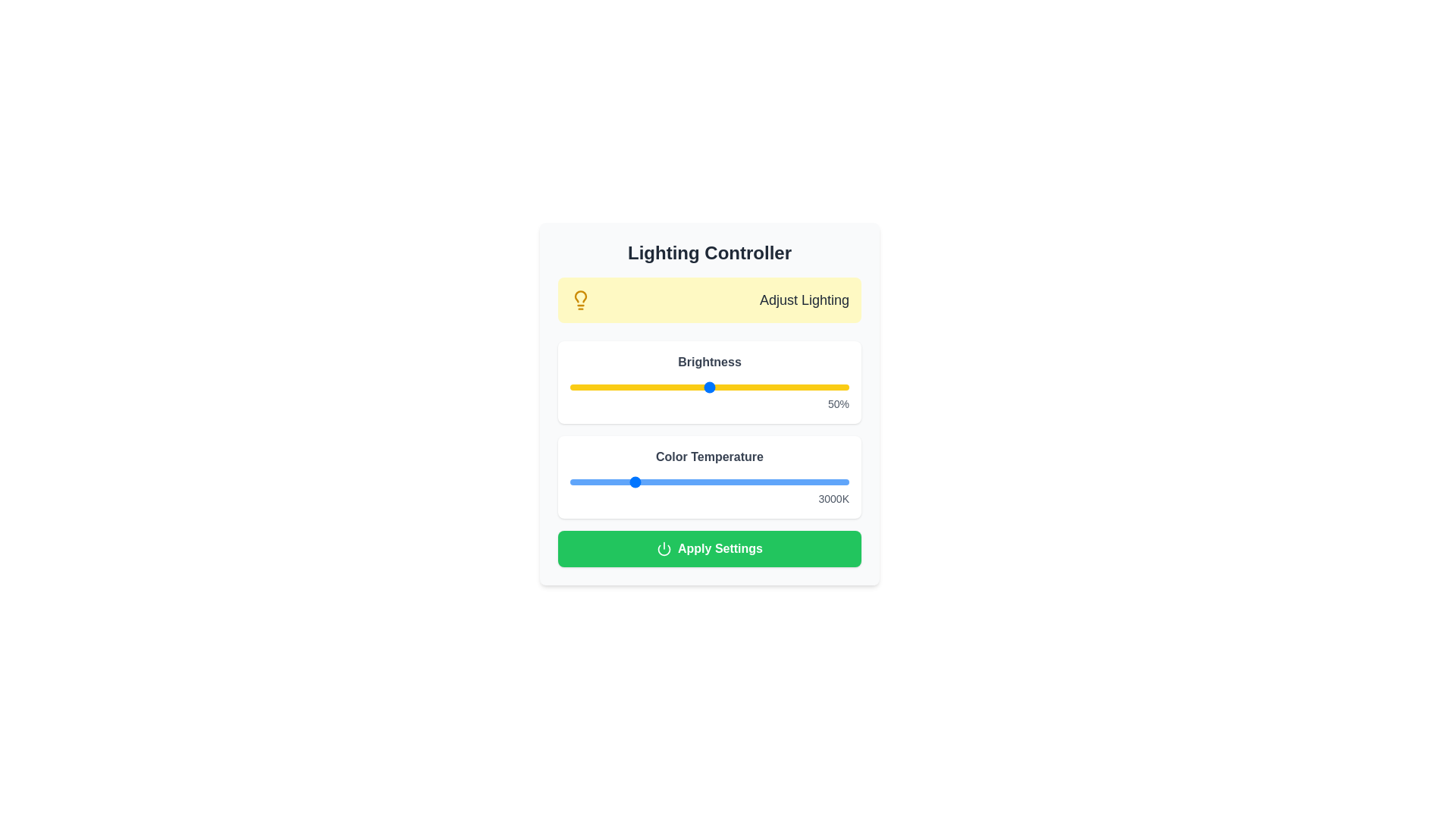  Describe the element at coordinates (703, 386) in the screenshot. I see `the brightness slider to set the brightness level to 48` at that location.